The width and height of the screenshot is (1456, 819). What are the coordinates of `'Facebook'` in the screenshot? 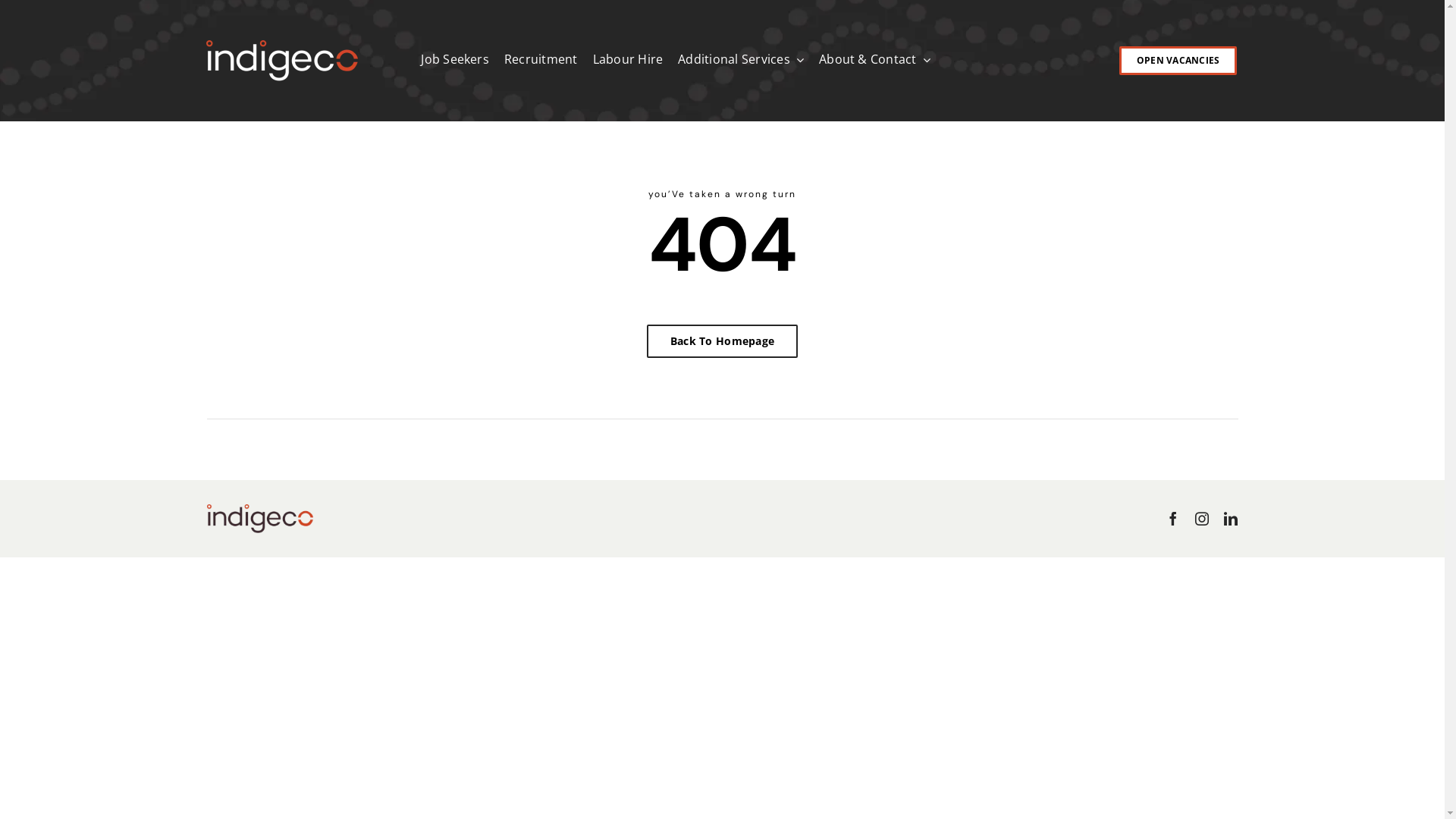 It's located at (1172, 517).